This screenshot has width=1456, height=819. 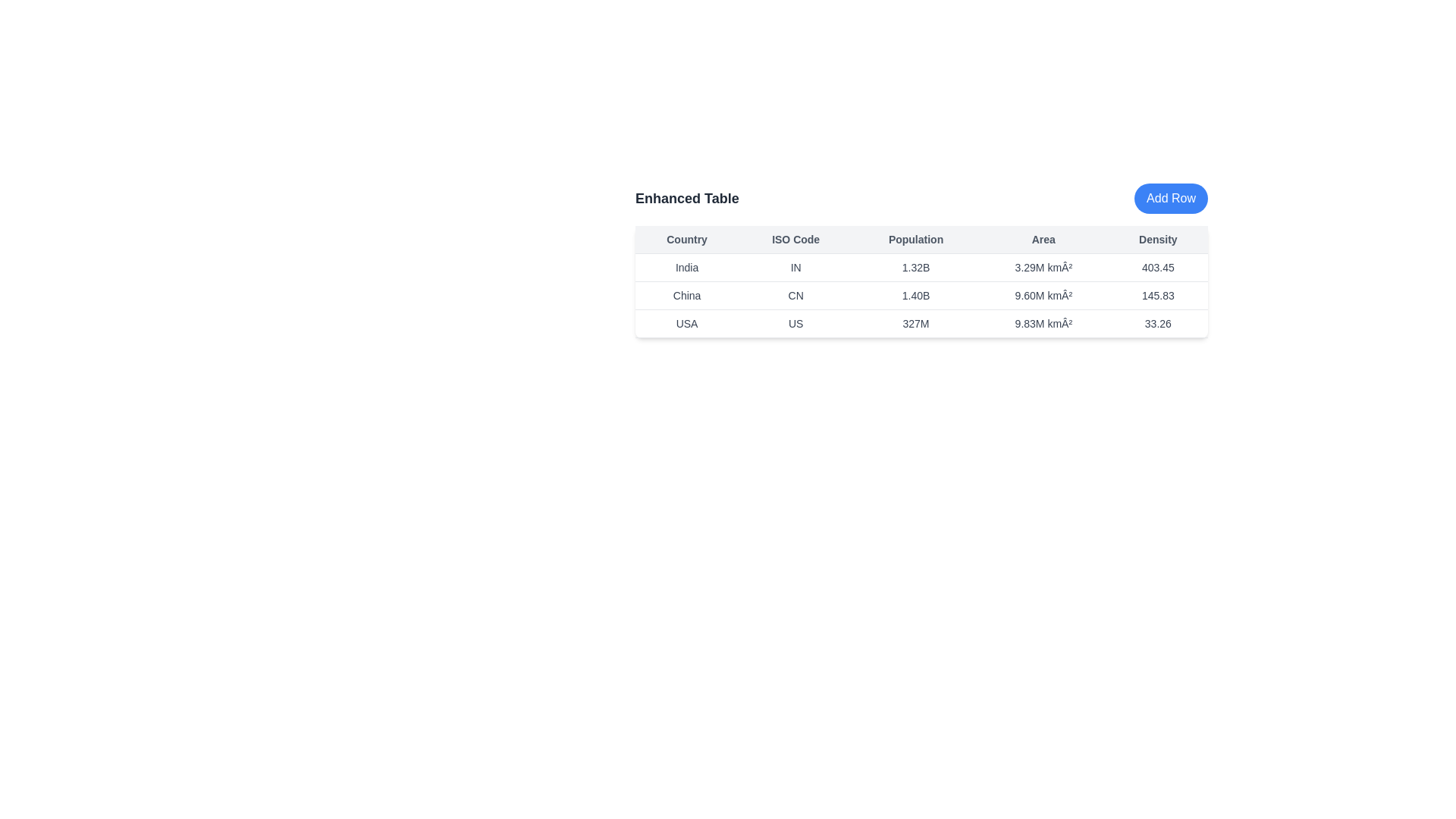 What do you see at coordinates (686, 239) in the screenshot?
I see `the 'Country' column header in the table, which is the first header to the left of the 'ISO Code' header` at bounding box center [686, 239].